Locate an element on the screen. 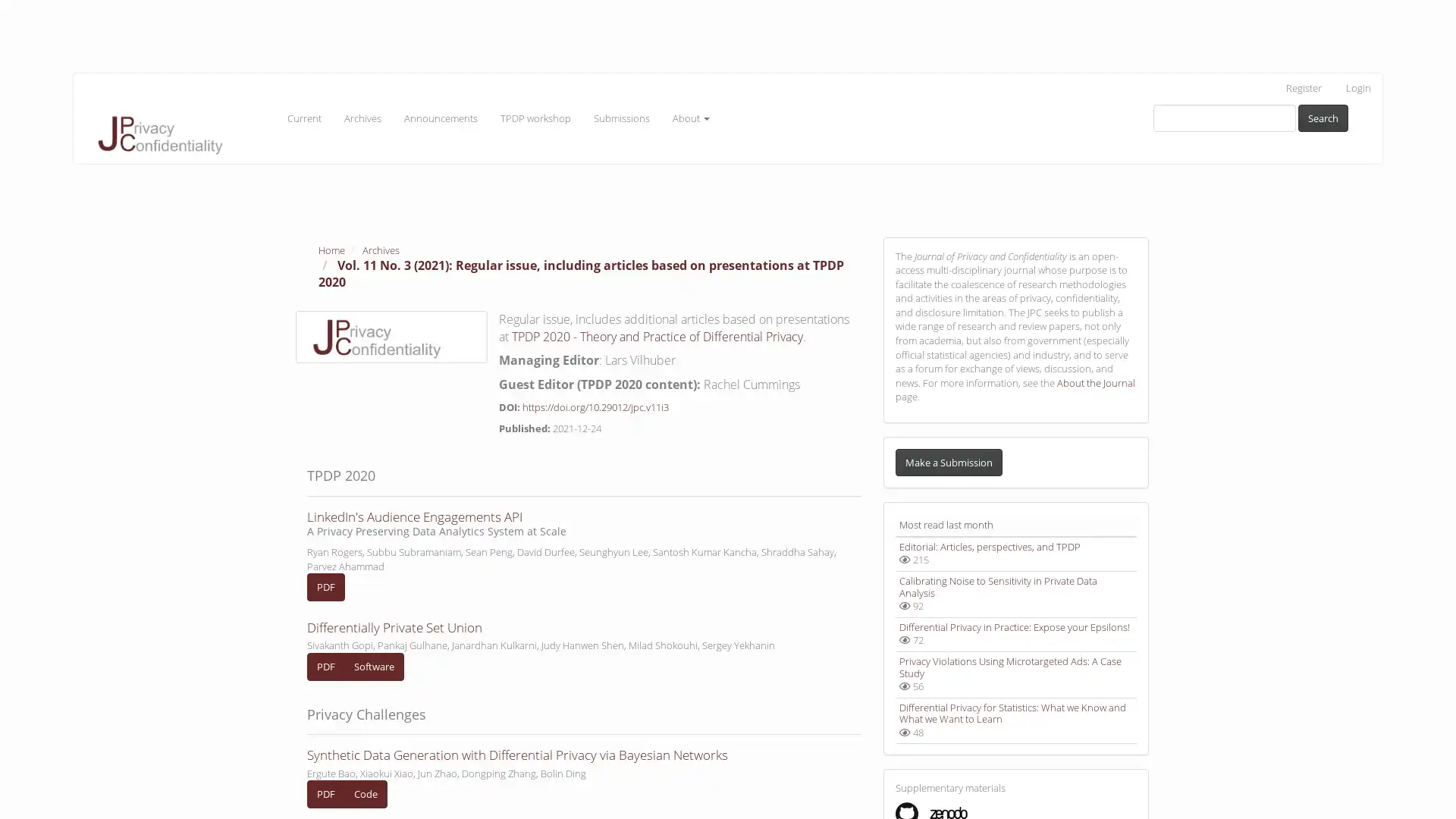 This screenshot has height=819, width=1456. PDF is located at coordinates (325, 666).